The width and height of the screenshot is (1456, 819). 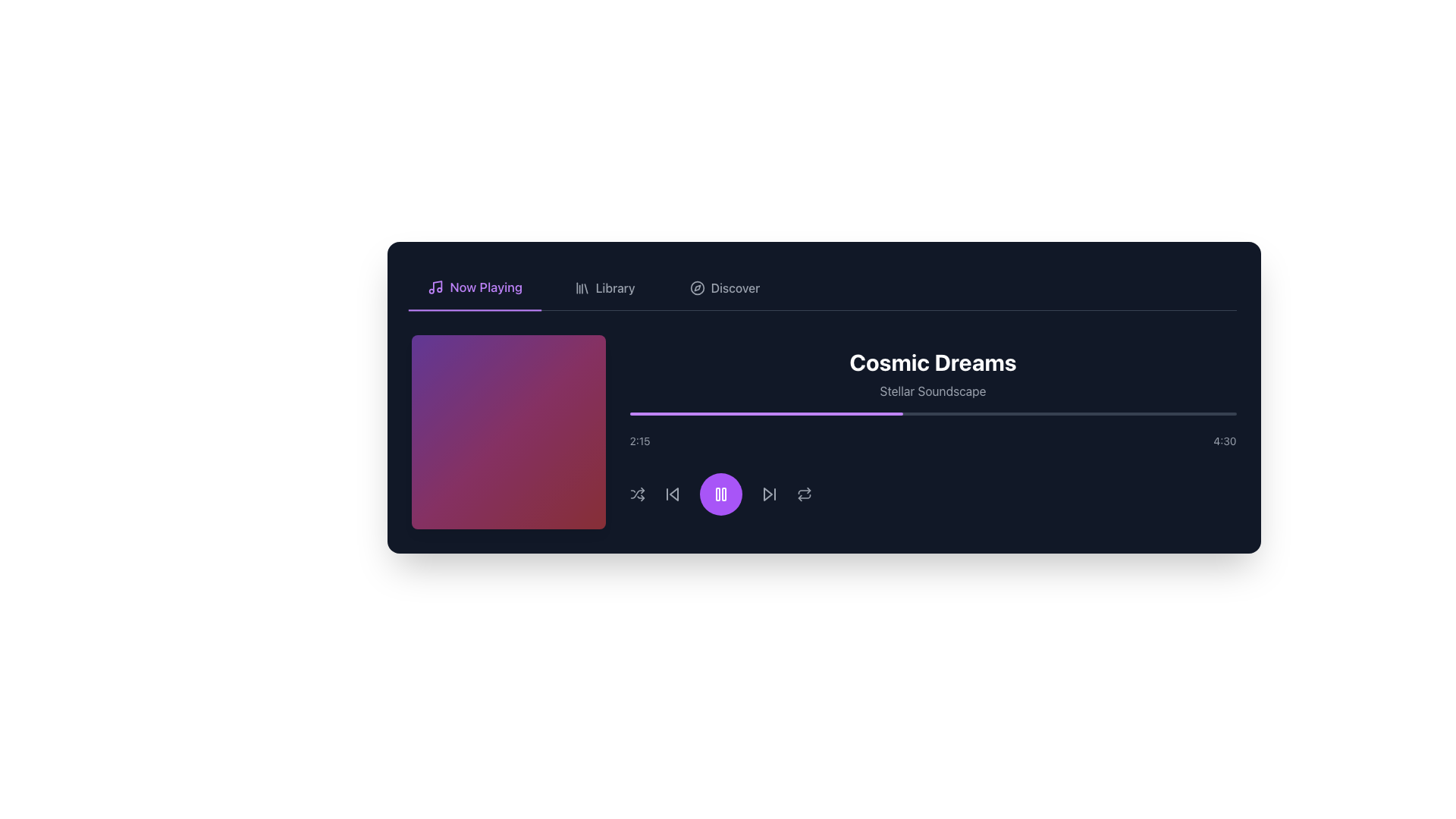 I want to click on the prominent image placeholder box with a gradient color scheme transitioning from purple to red, located on the left side of the media player interface, so click(x=508, y=432).